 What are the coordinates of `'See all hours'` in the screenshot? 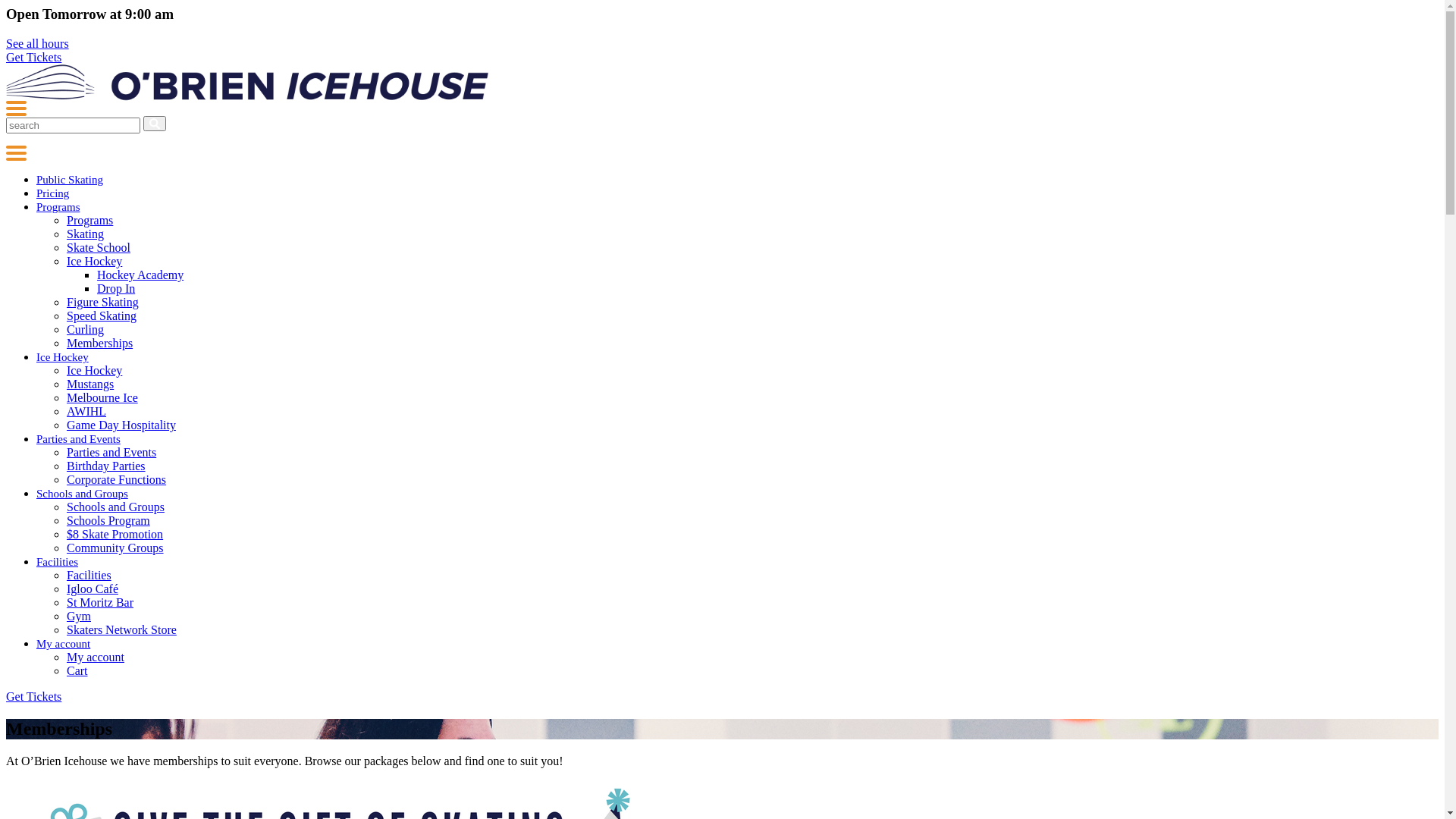 It's located at (37, 42).